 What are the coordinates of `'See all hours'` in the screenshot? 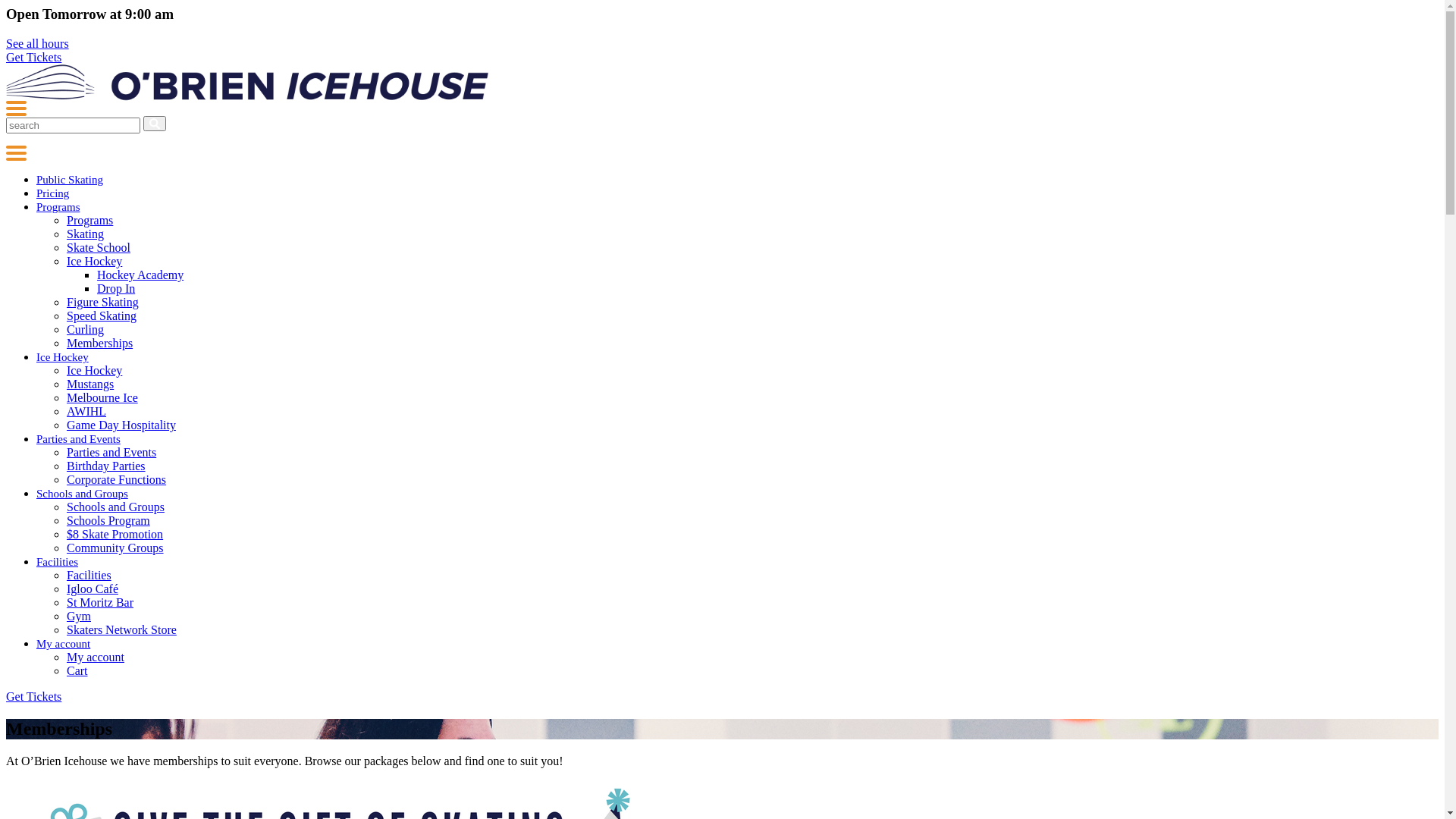 It's located at (37, 42).